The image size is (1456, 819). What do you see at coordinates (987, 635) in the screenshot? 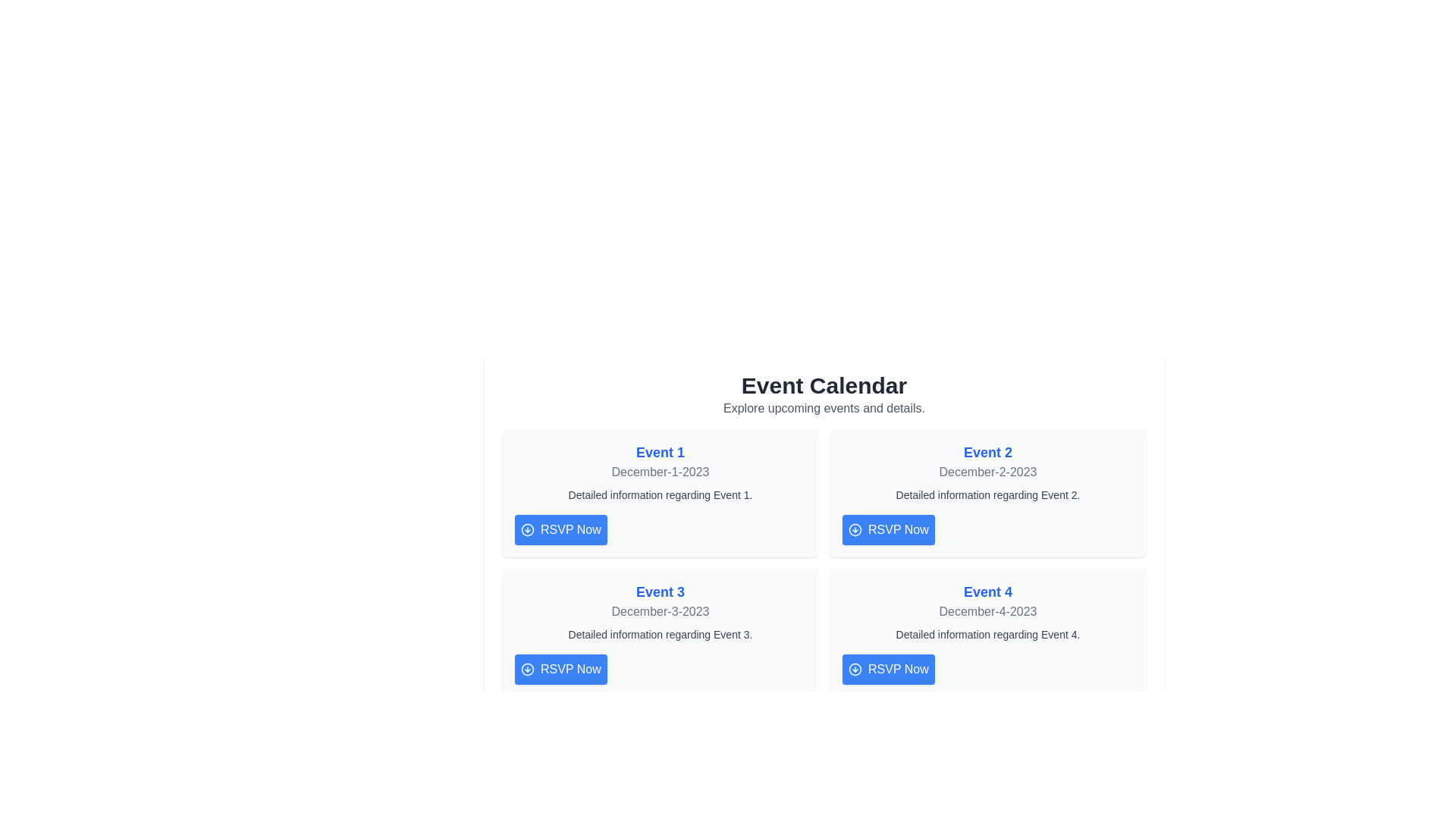
I see `informational text that provides details regarding 'Event 4', which is styled in a smaller gray font and located below the title and date, above the RSVP button` at bounding box center [987, 635].